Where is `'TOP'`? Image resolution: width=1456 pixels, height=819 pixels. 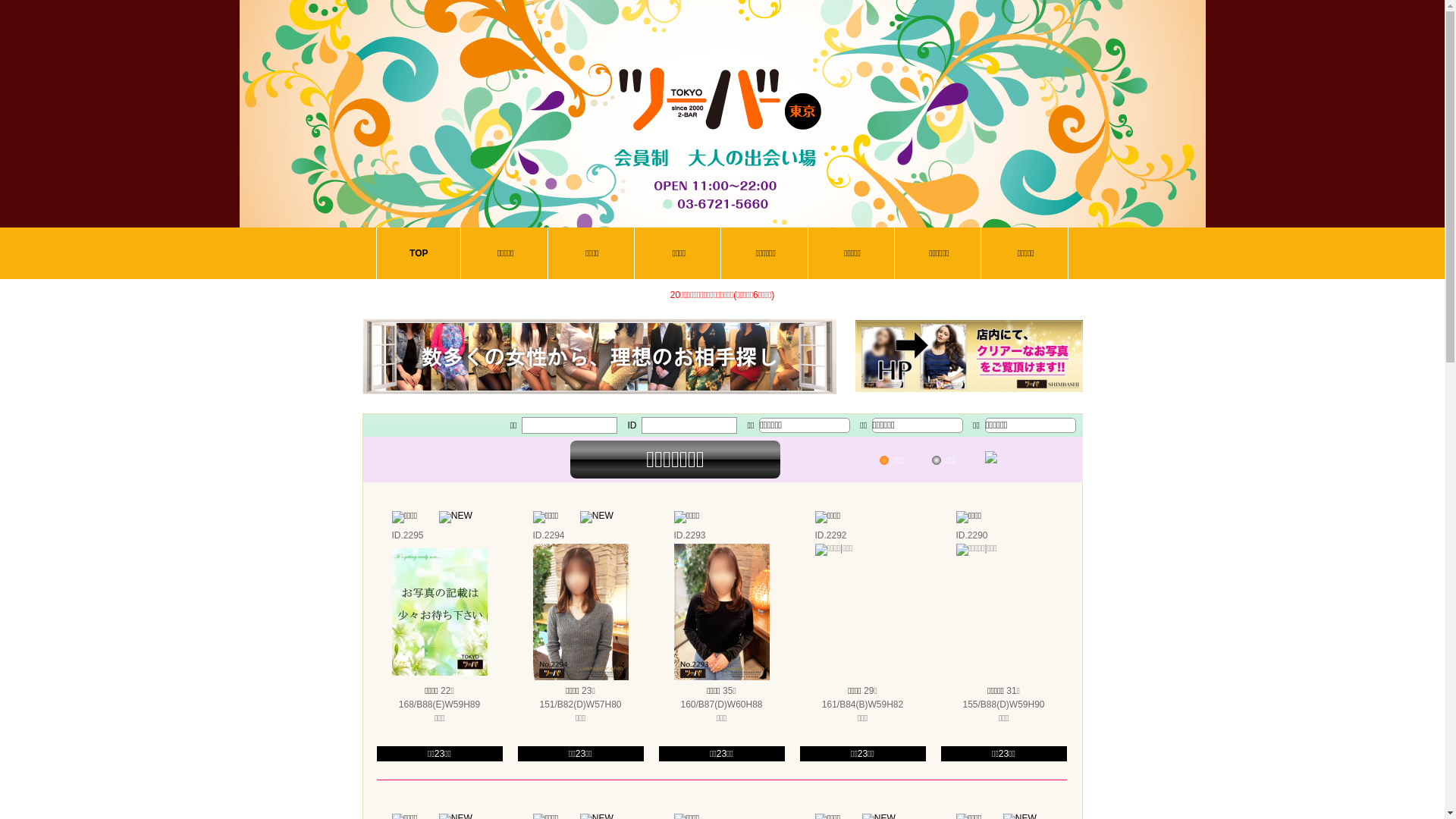 'TOP' is located at coordinates (419, 253).